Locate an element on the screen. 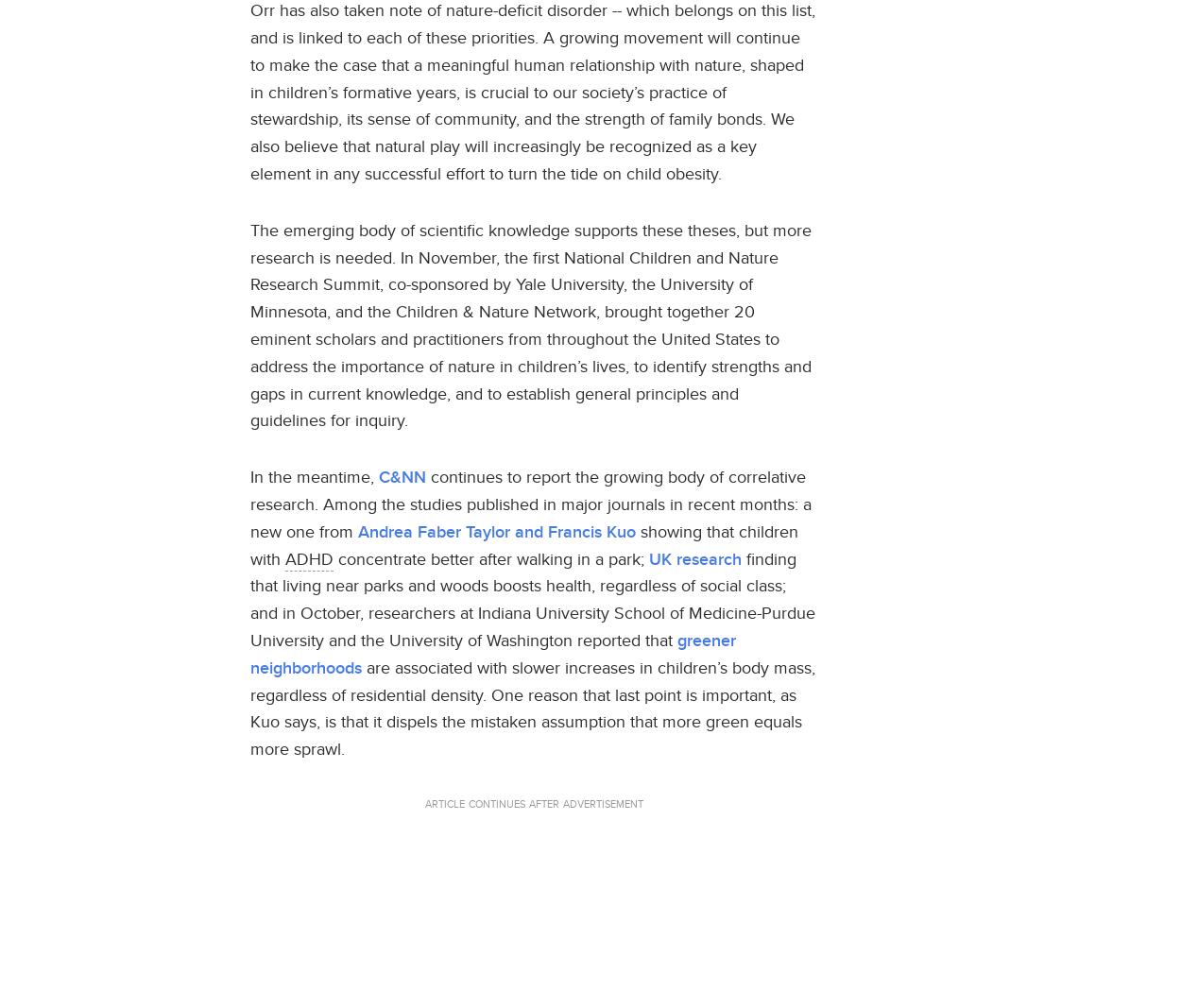  'finding that living near parks and woods boosts health, regardless of social class; and in October, researchers at Indiana University School of Medicine-Purdue University and the University of Washington reported that' is located at coordinates (532, 599).